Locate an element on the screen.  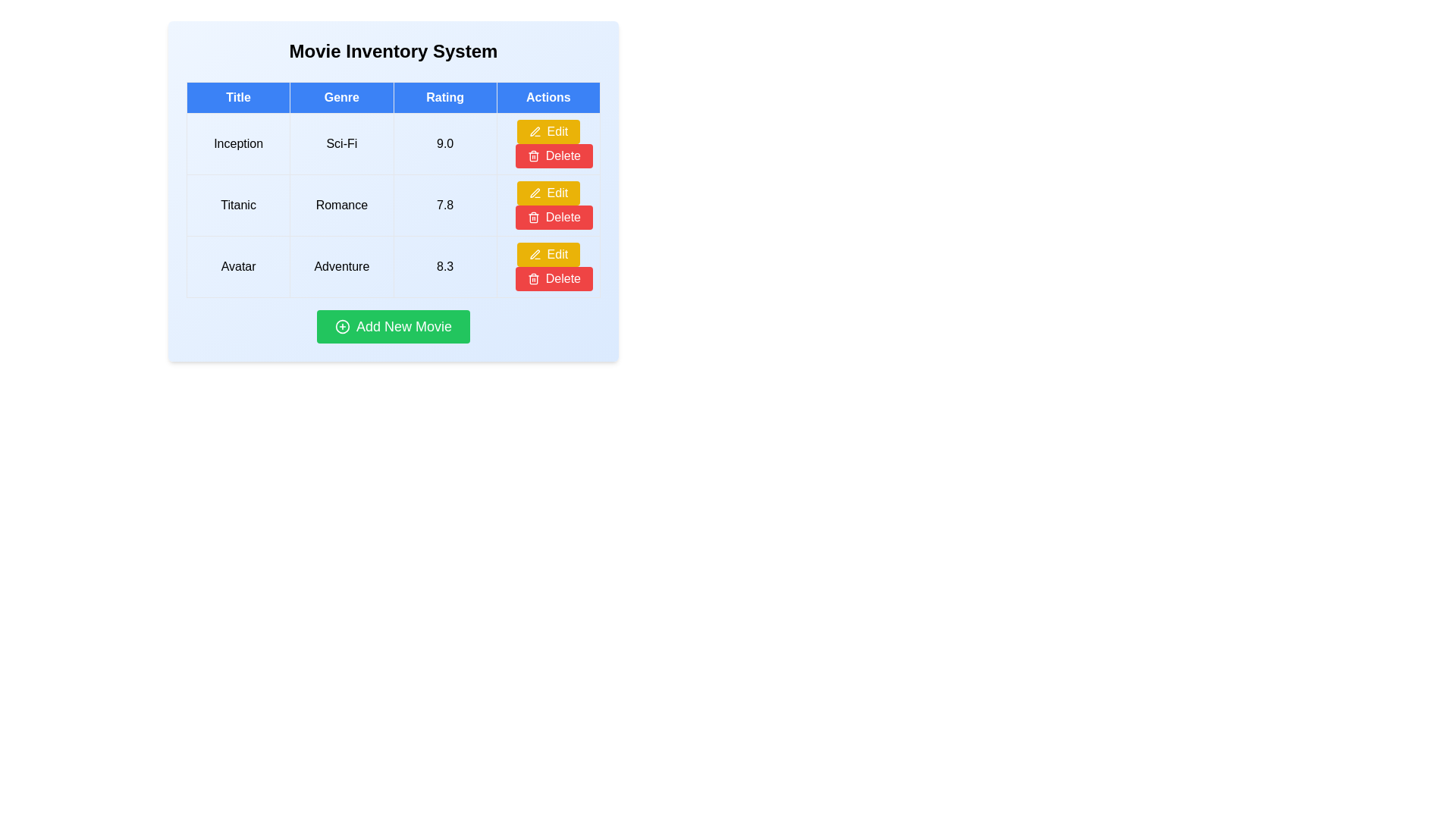
the header text 'Movie Inventory System' to observe any dynamic effects is located at coordinates (393, 51).